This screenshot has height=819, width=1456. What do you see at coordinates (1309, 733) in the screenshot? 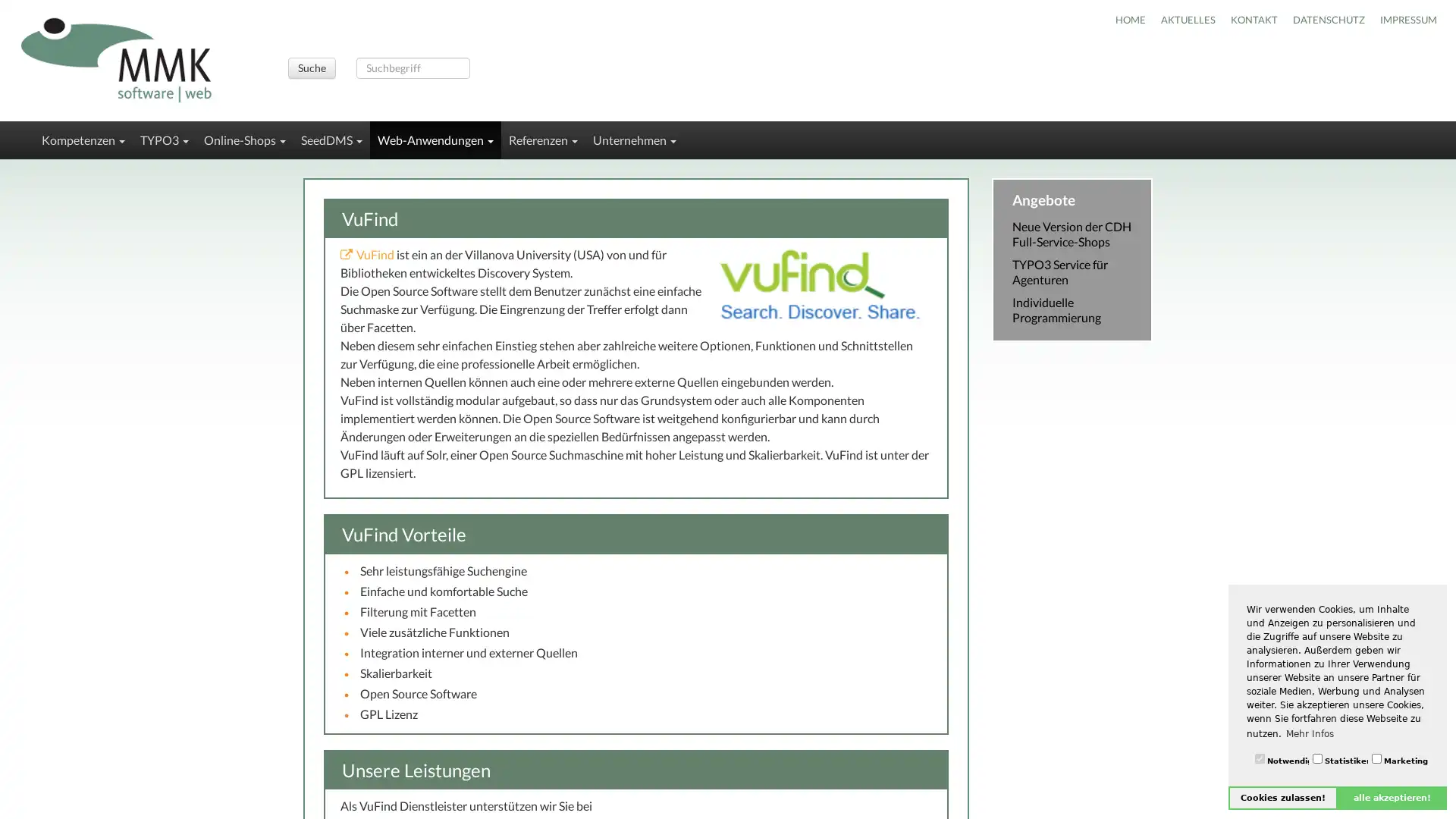
I see `learn more about cookies` at bounding box center [1309, 733].